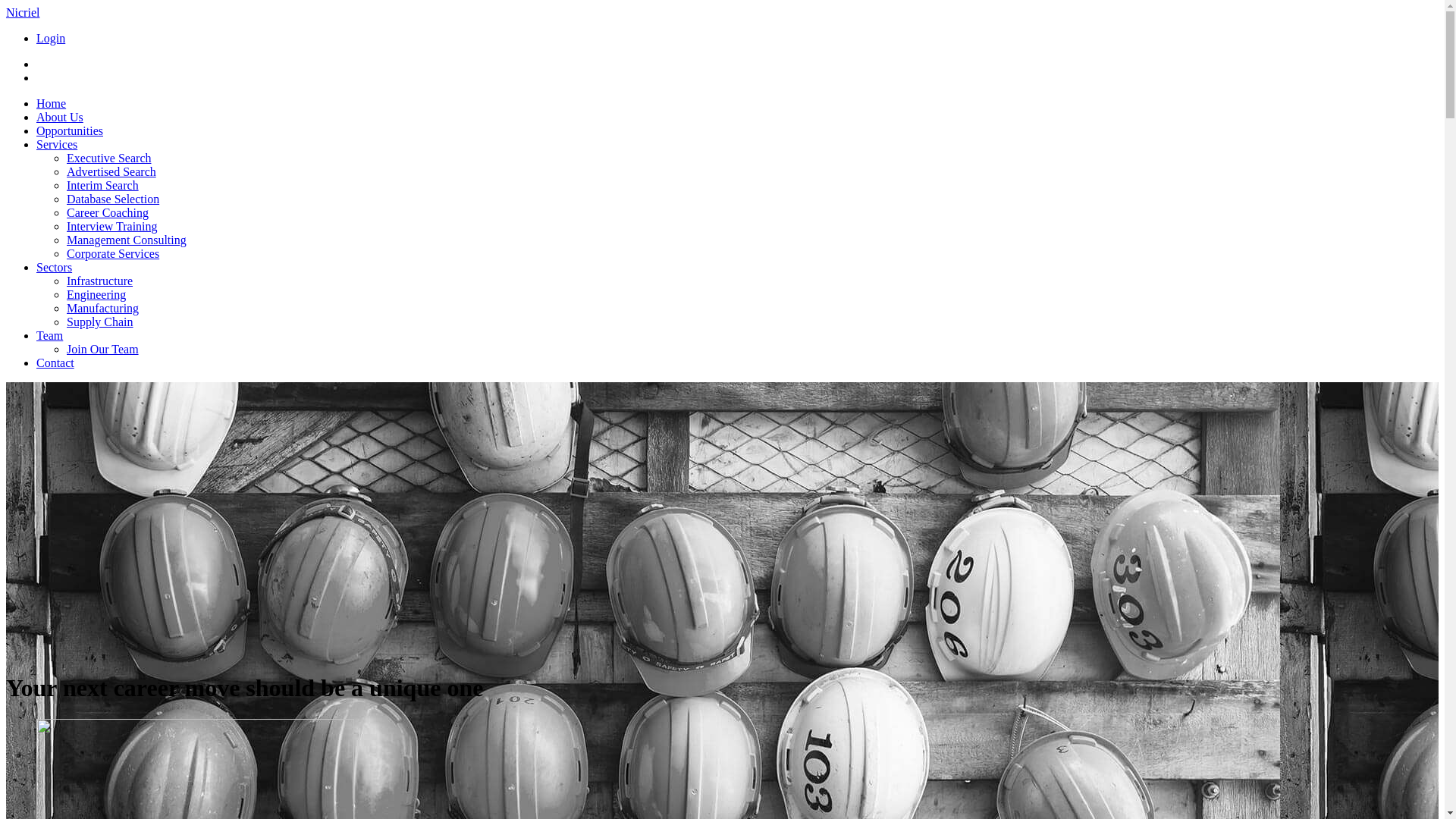  I want to click on 'Login', so click(51, 37).